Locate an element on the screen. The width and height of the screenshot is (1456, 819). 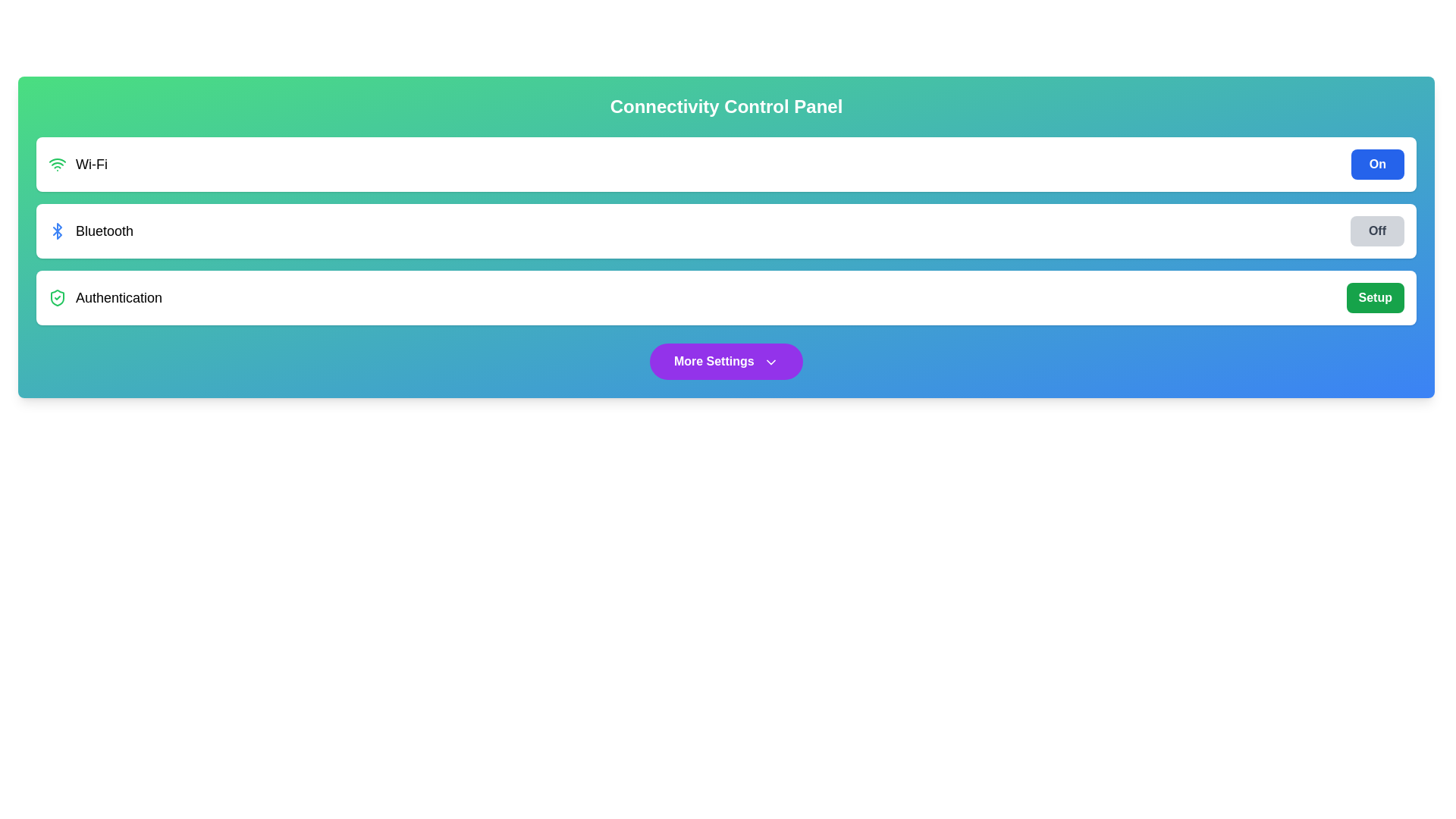
the 'Wi-Fi' label, which is styled with a large font size and positioned next to a green Wi-Fi icon in the Connectivity Control Panel is located at coordinates (90, 164).